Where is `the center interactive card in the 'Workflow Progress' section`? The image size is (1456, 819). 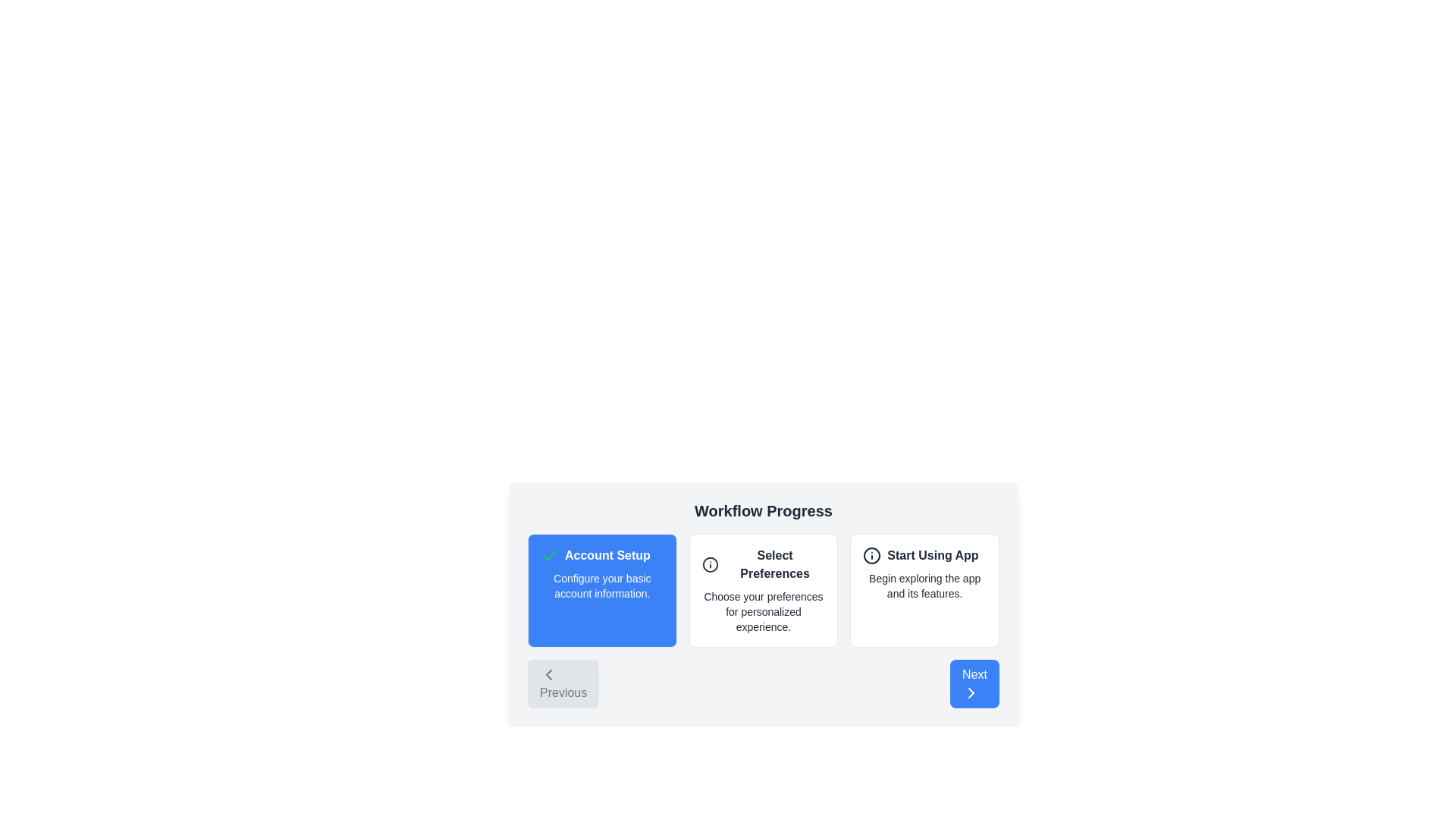
the center interactive card in the 'Workflow Progress' section is located at coordinates (764, 590).